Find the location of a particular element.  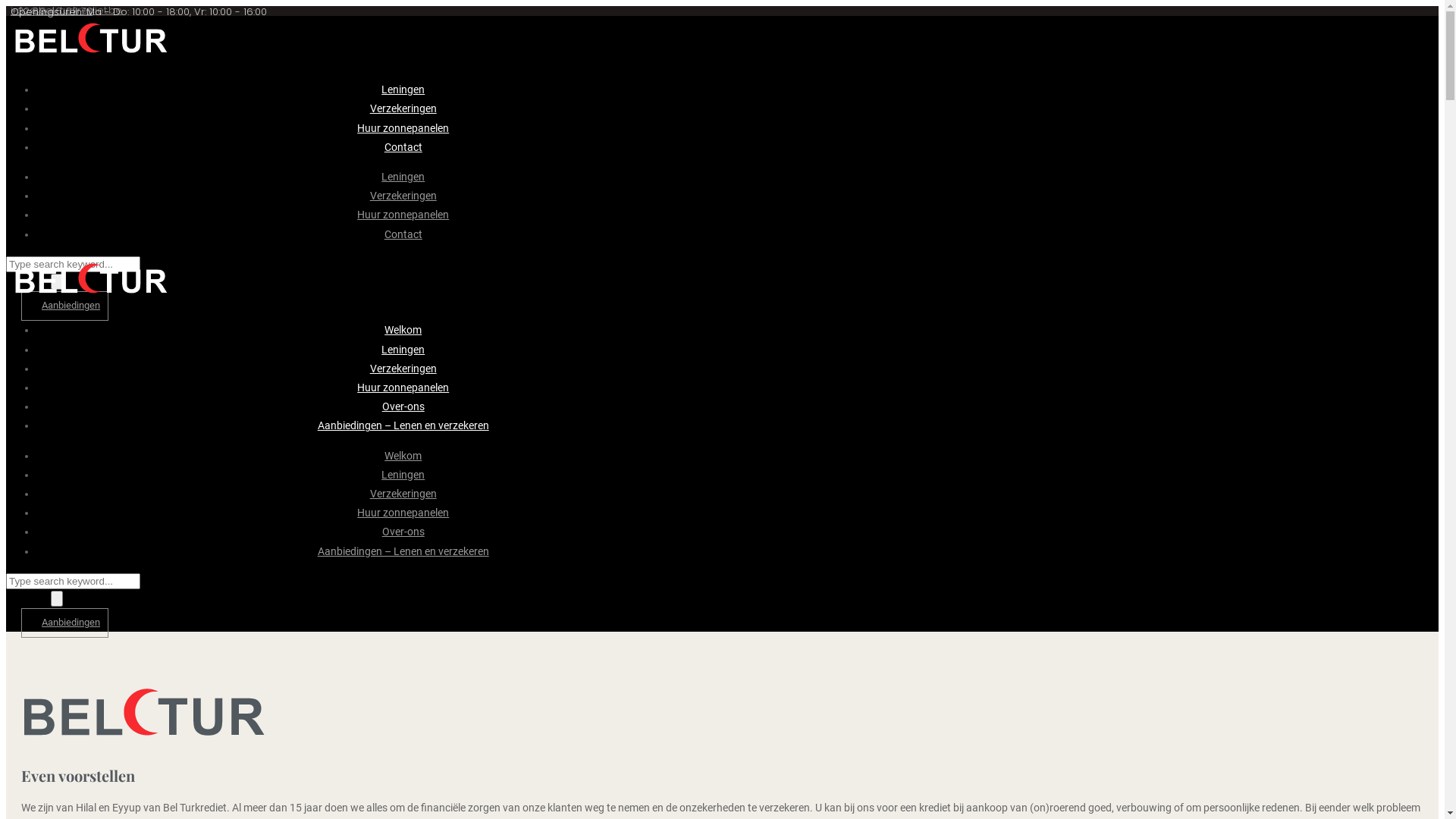

'Aanbiedingen' is located at coordinates (64, 306).